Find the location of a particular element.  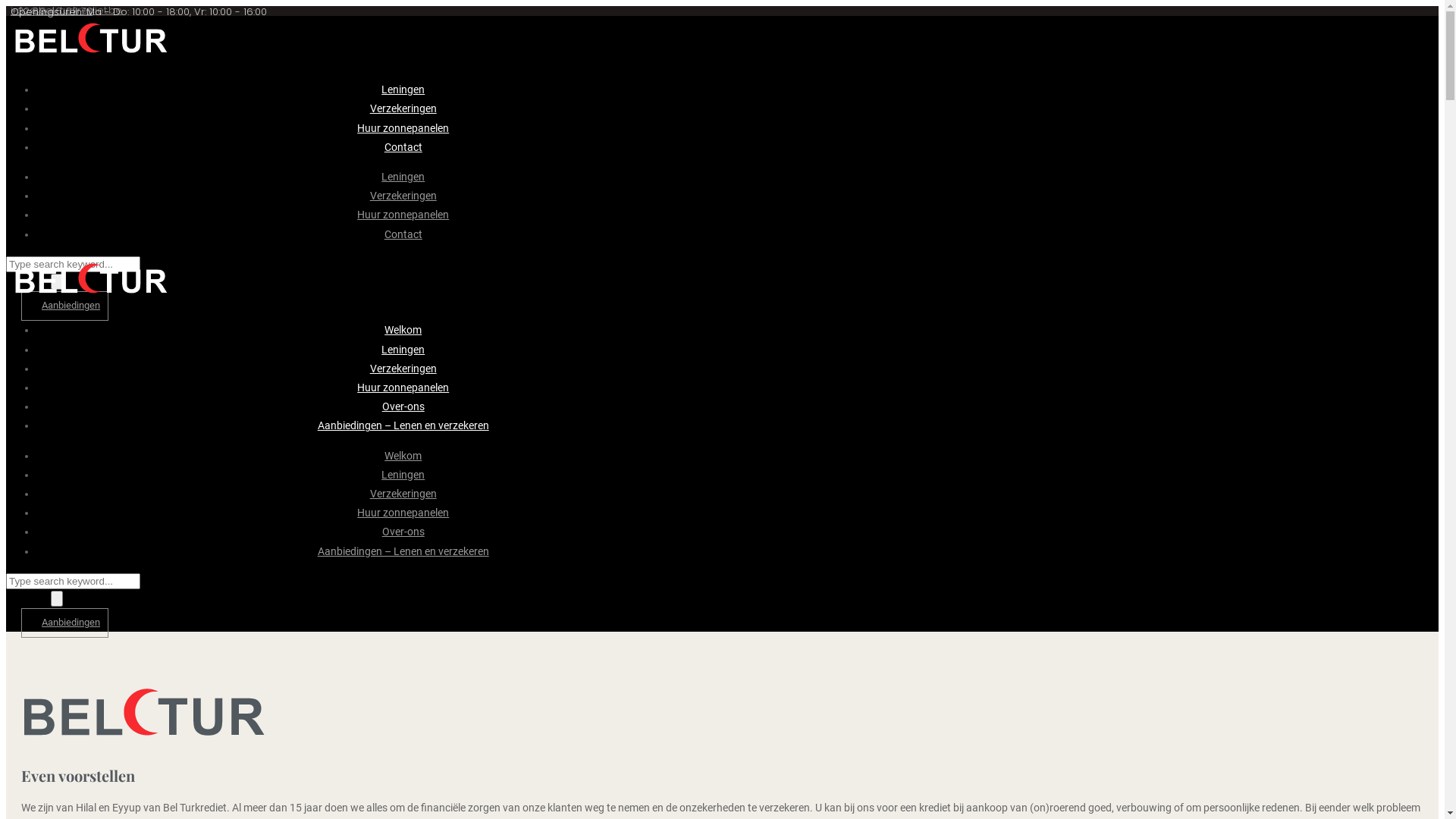

'Aanbiedingen' is located at coordinates (64, 306).